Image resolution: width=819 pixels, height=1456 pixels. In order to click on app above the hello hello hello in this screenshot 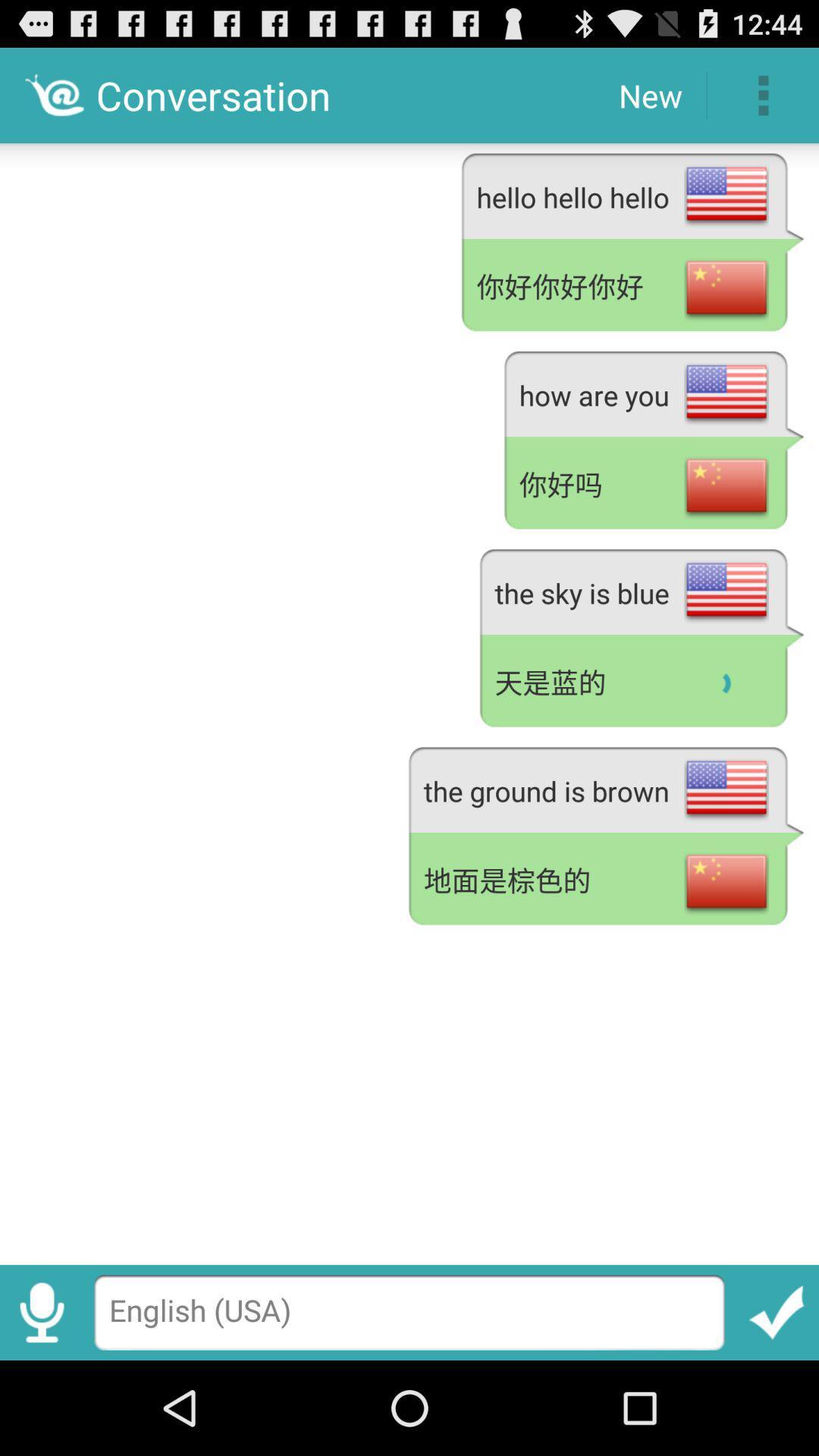, I will do `click(649, 94)`.